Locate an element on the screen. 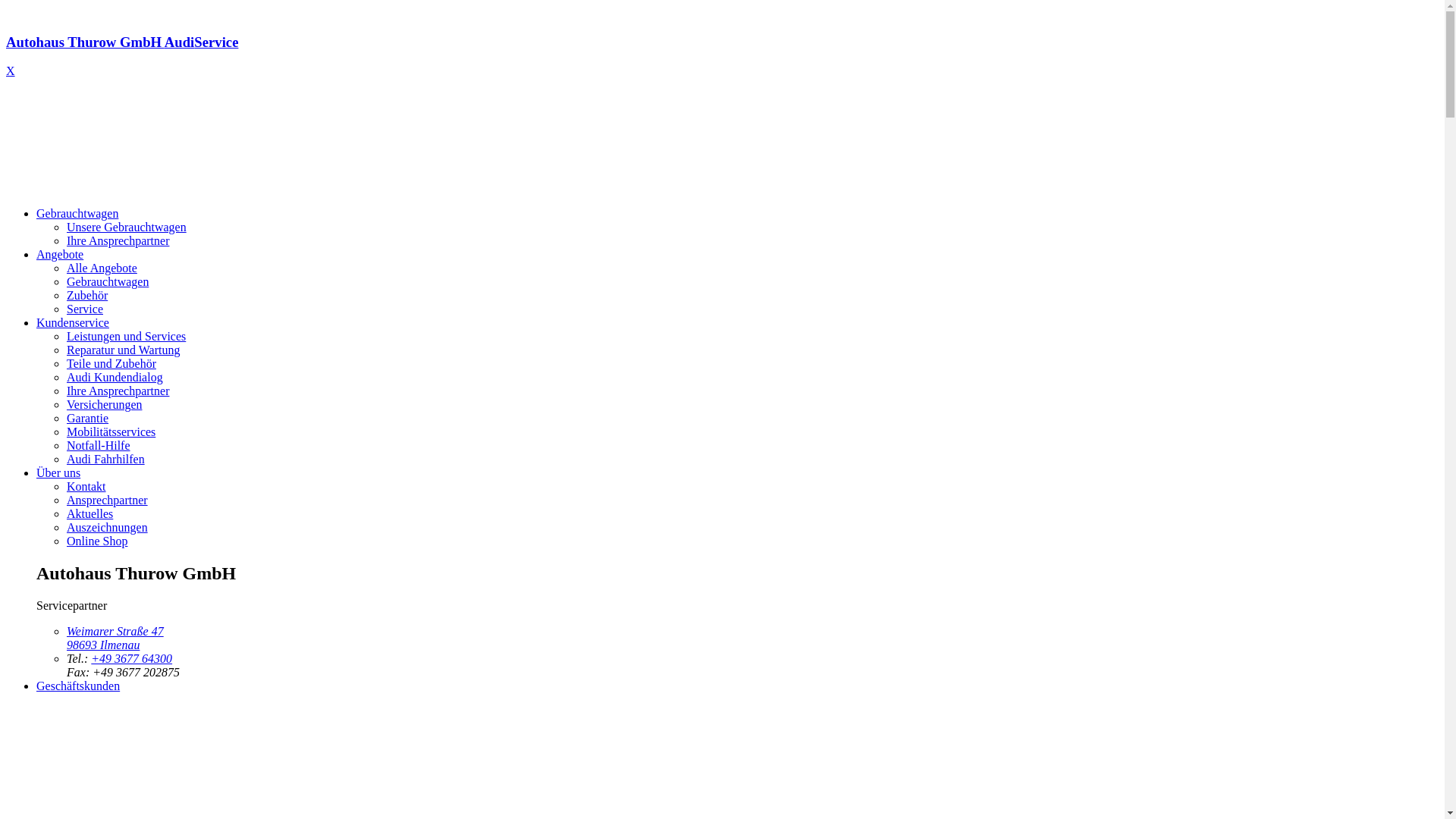 This screenshot has width=1456, height=819. 'Reparatur und Wartung' is located at coordinates (123, 350).